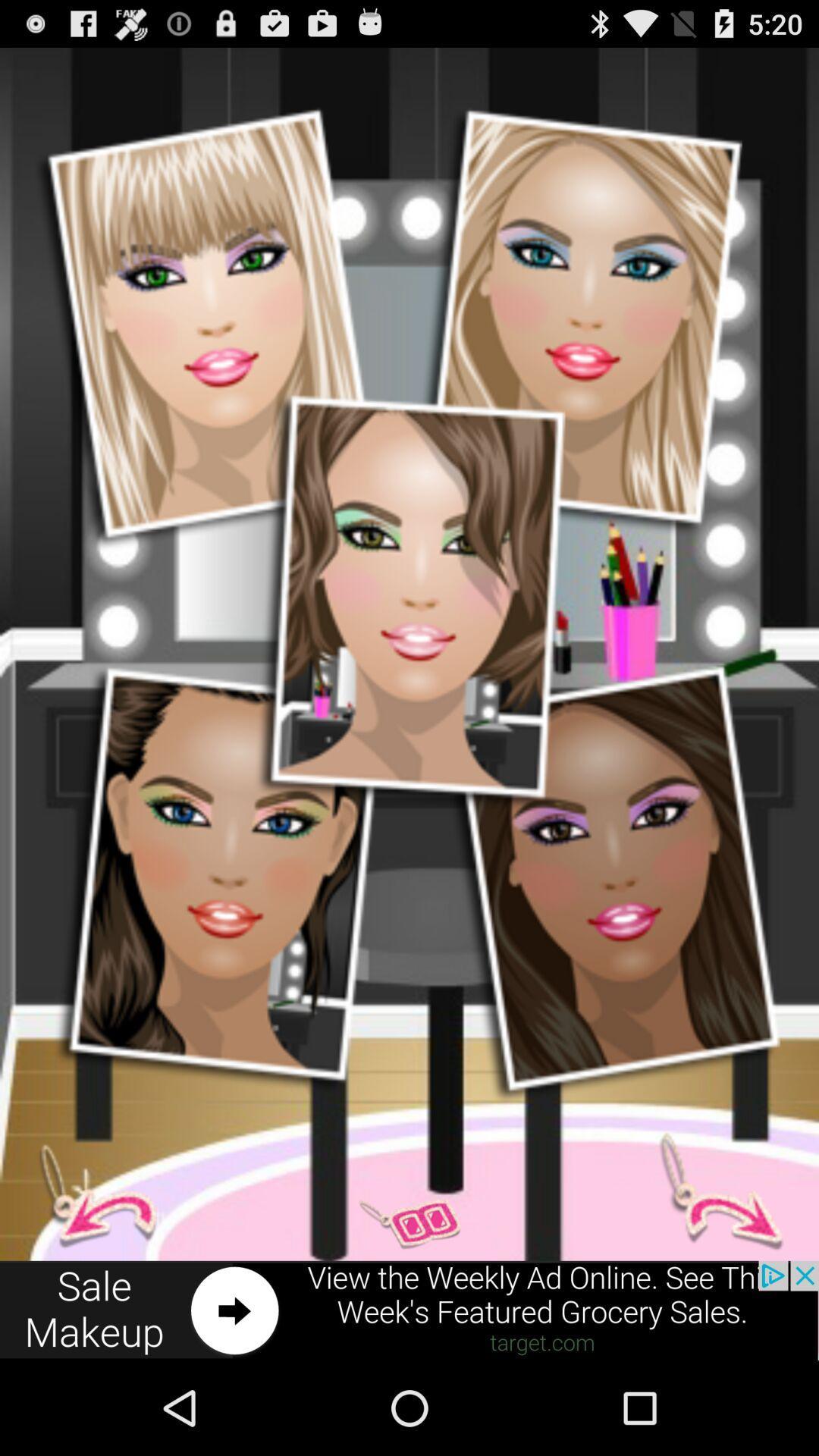 The width and height of the screenshot is (819, 1456). Describe the element at coordinates (711, 1275) in the screenshot. I see `the bookmark icon` at that location.